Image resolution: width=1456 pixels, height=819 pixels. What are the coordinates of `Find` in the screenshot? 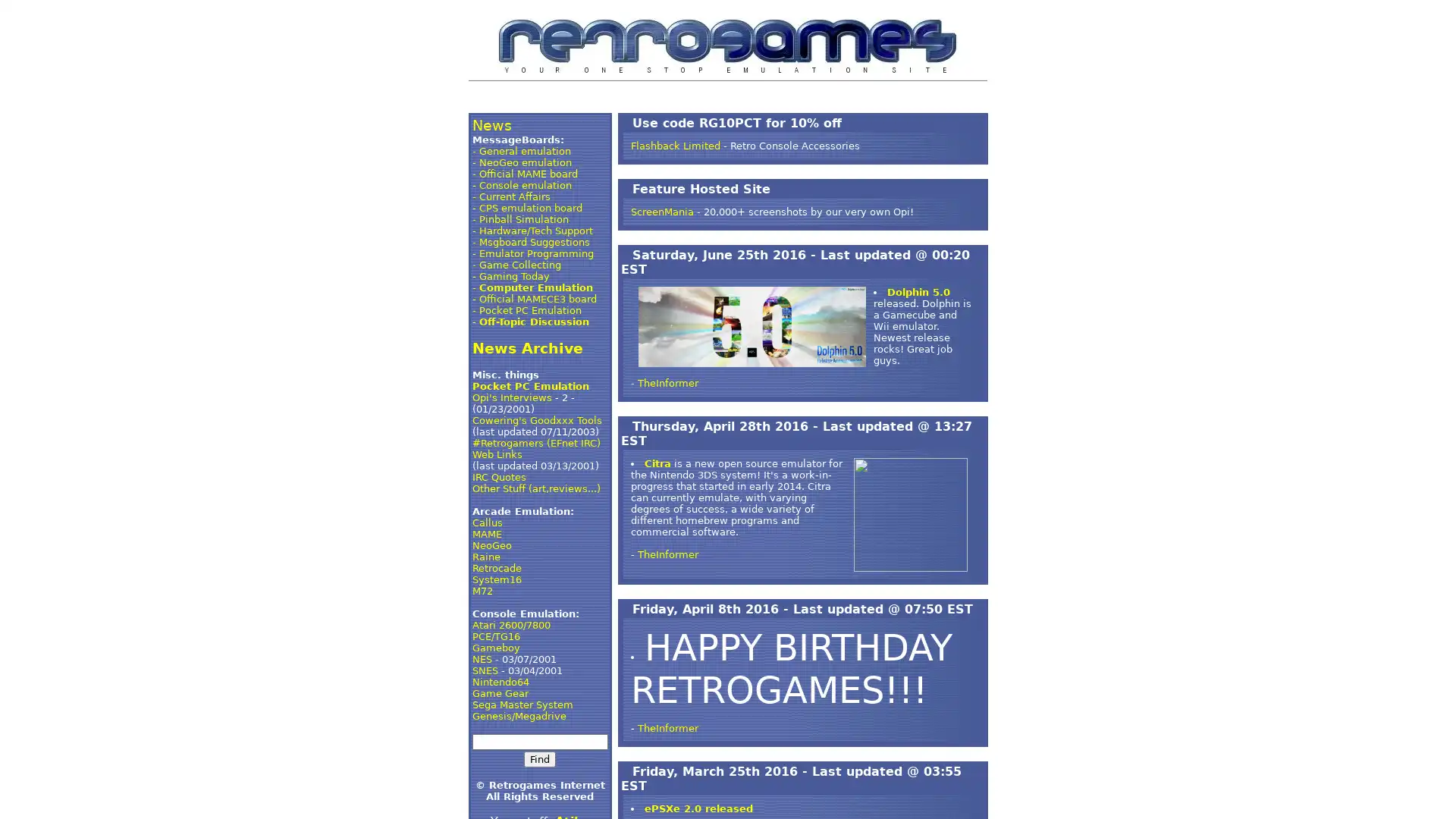 It's located at (539, 759).